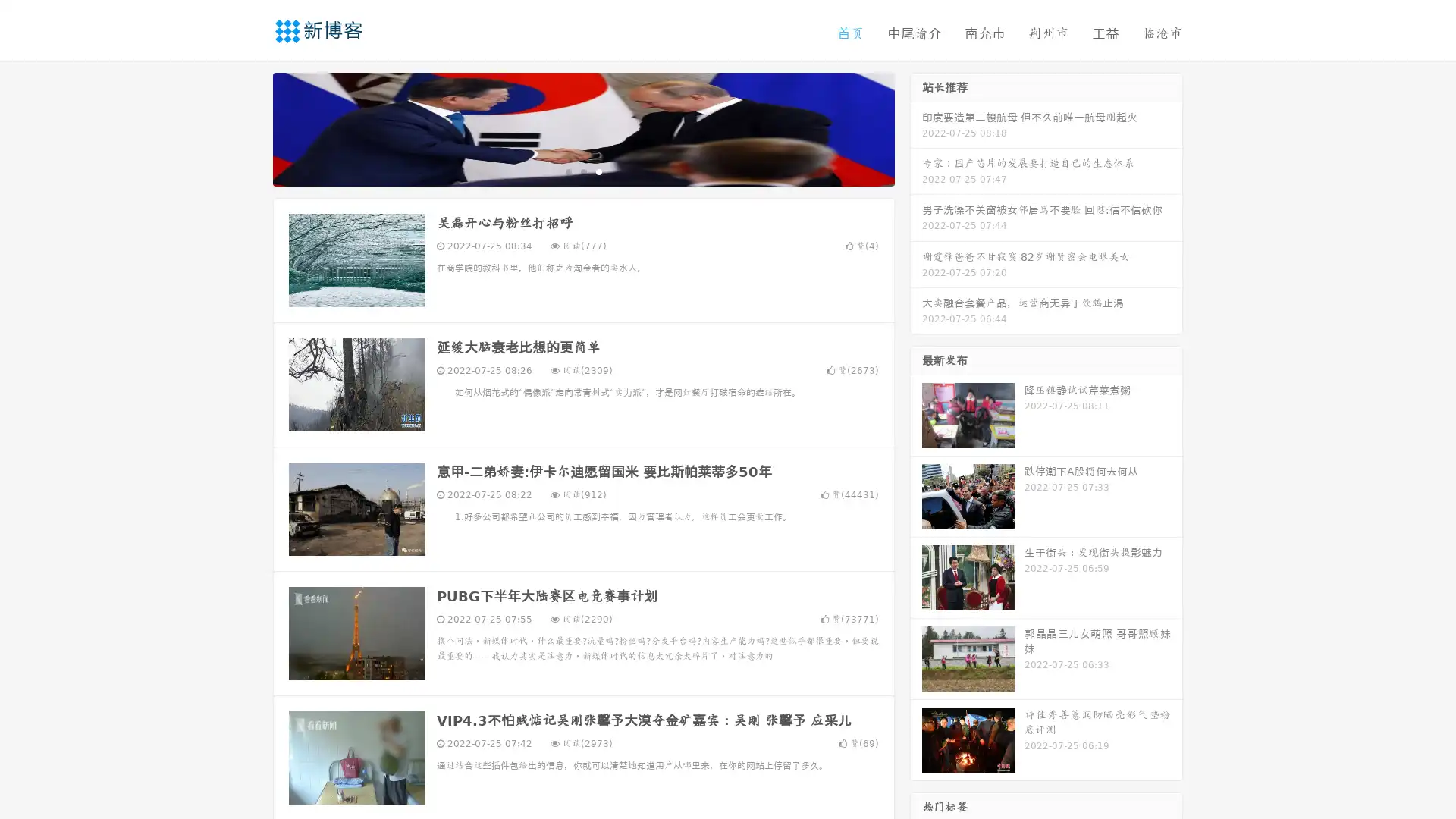 This screenshot has width=1456, height=819. I want to click on Go to slide 3, so click(598, 171).